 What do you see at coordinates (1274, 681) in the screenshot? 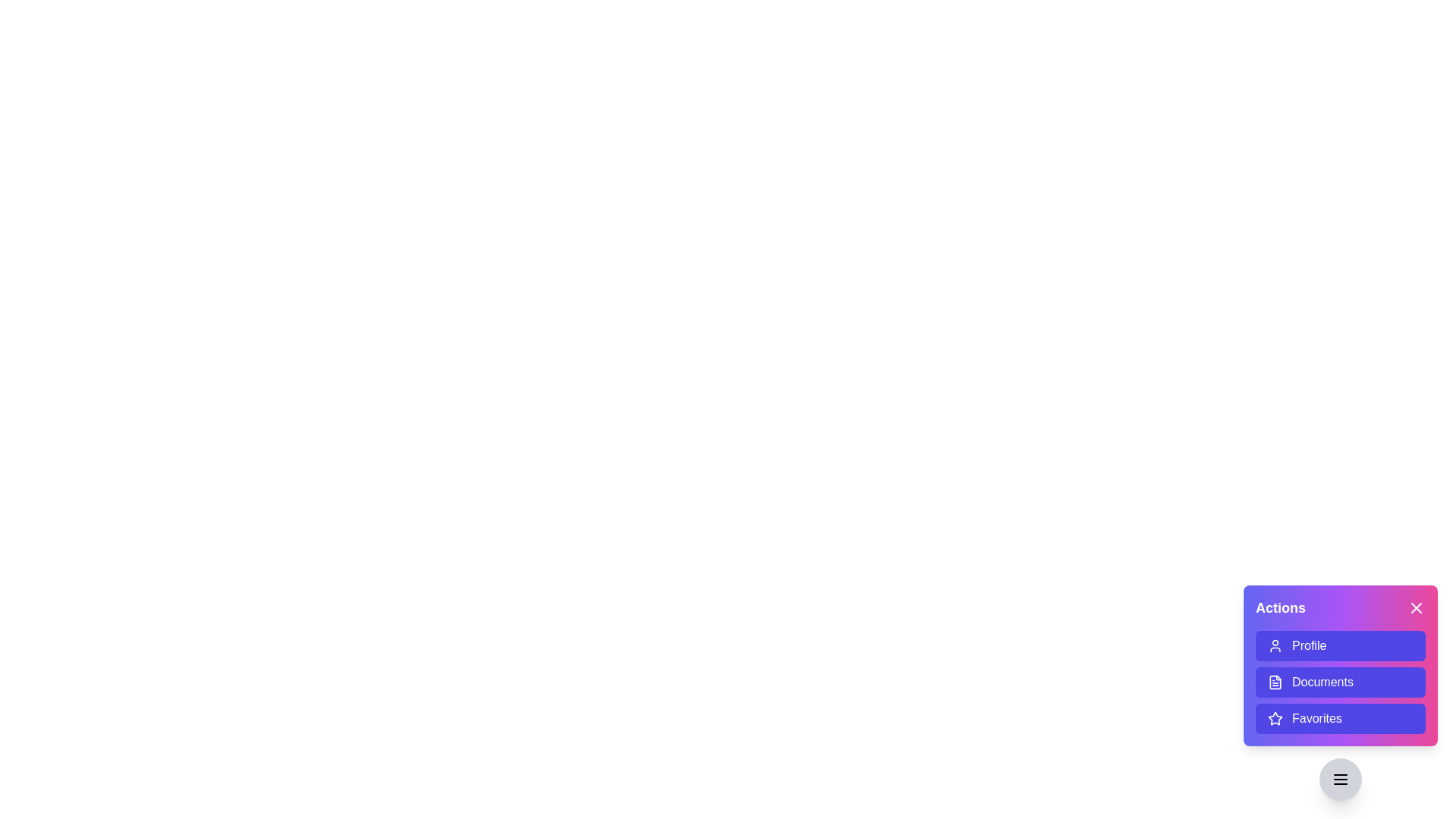
I see `the 'Documents' icon located at the bottom-right of the page, which represents the 'Documents' button in the 'Actions' menu` at bounding box center [1274, 681].